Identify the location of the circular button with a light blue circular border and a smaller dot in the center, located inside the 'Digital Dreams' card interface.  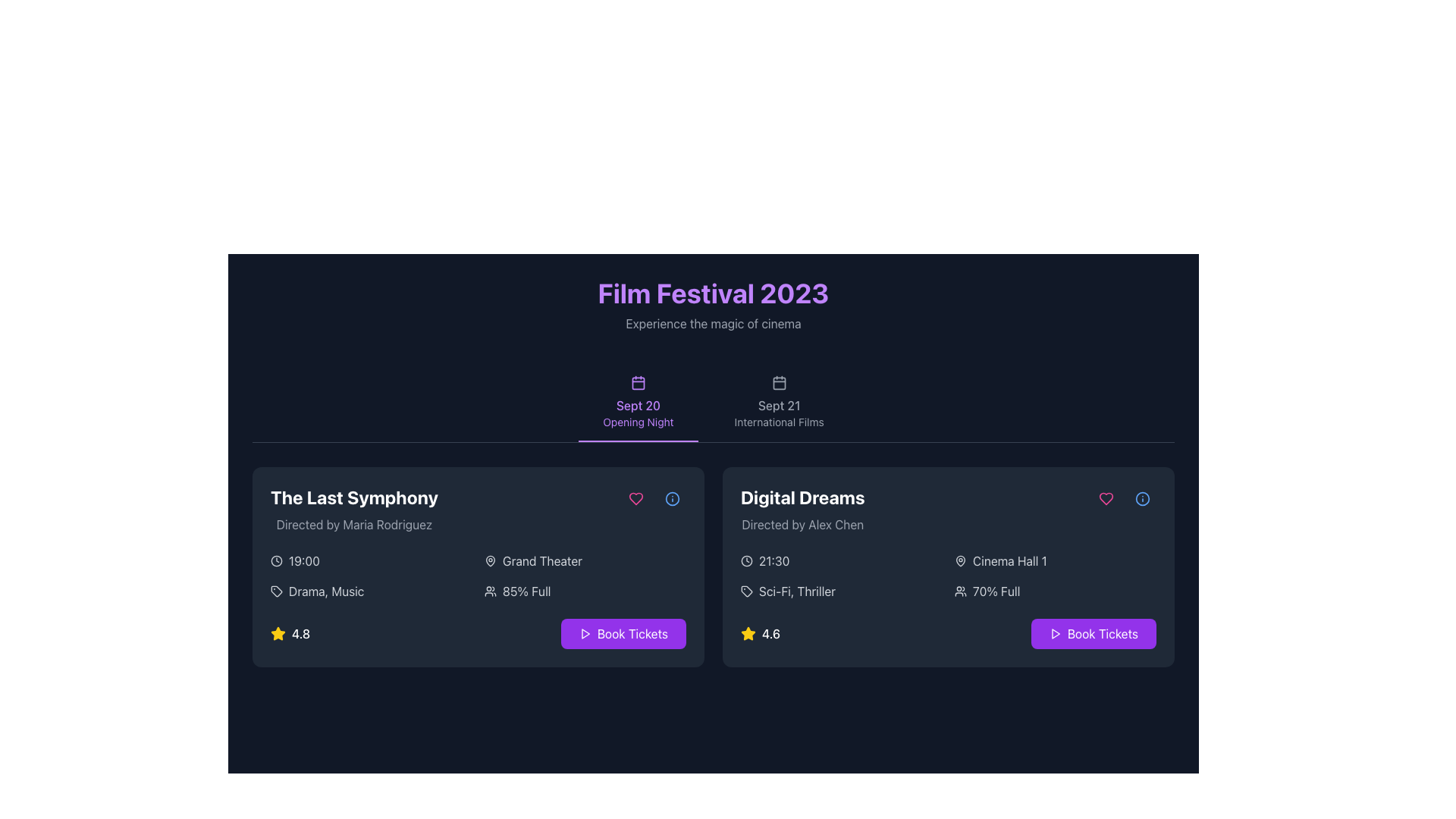
(1143, 499).